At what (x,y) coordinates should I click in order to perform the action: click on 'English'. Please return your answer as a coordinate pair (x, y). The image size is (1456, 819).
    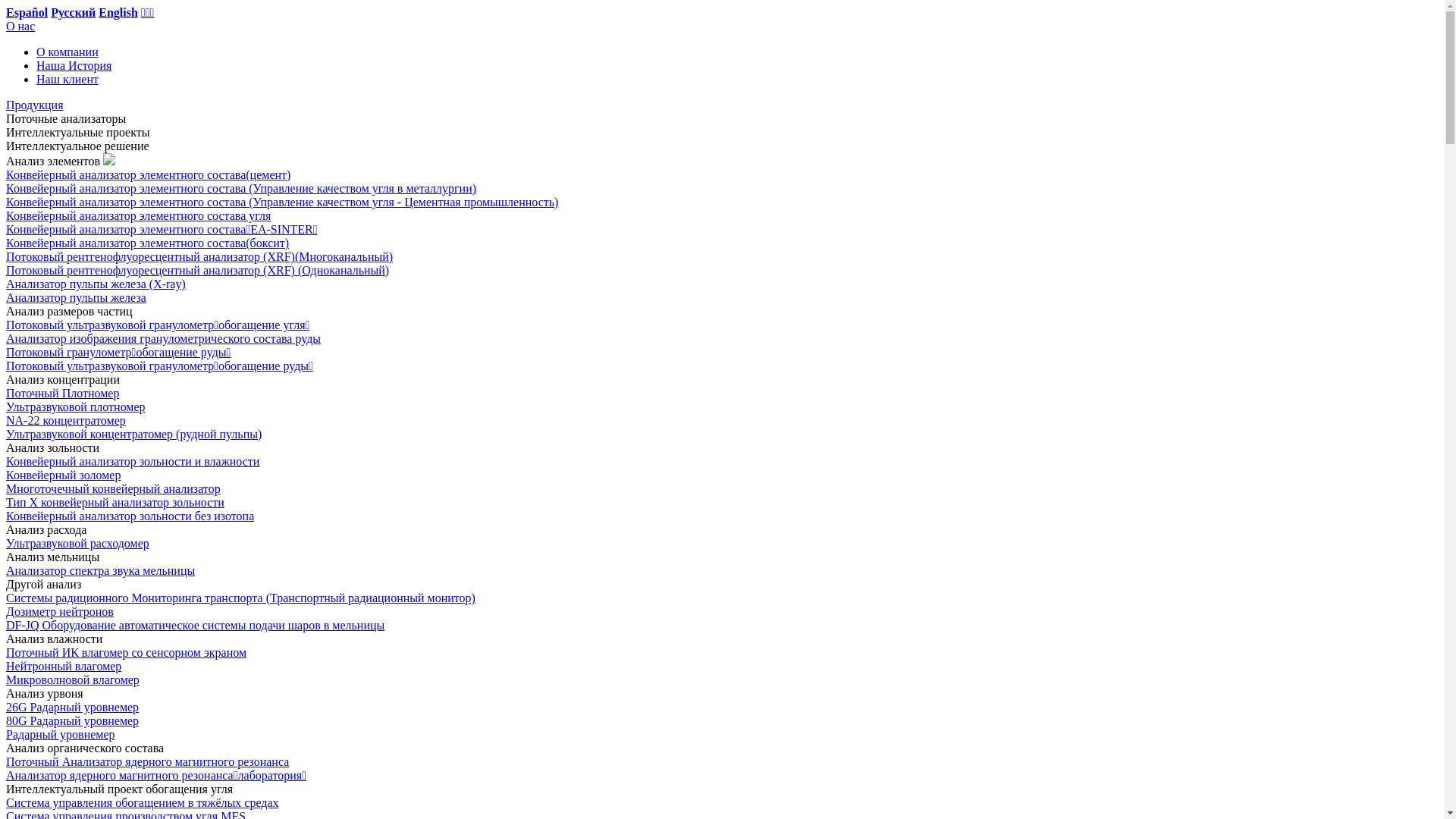
    Looking at the image, I should click on (117, 12).